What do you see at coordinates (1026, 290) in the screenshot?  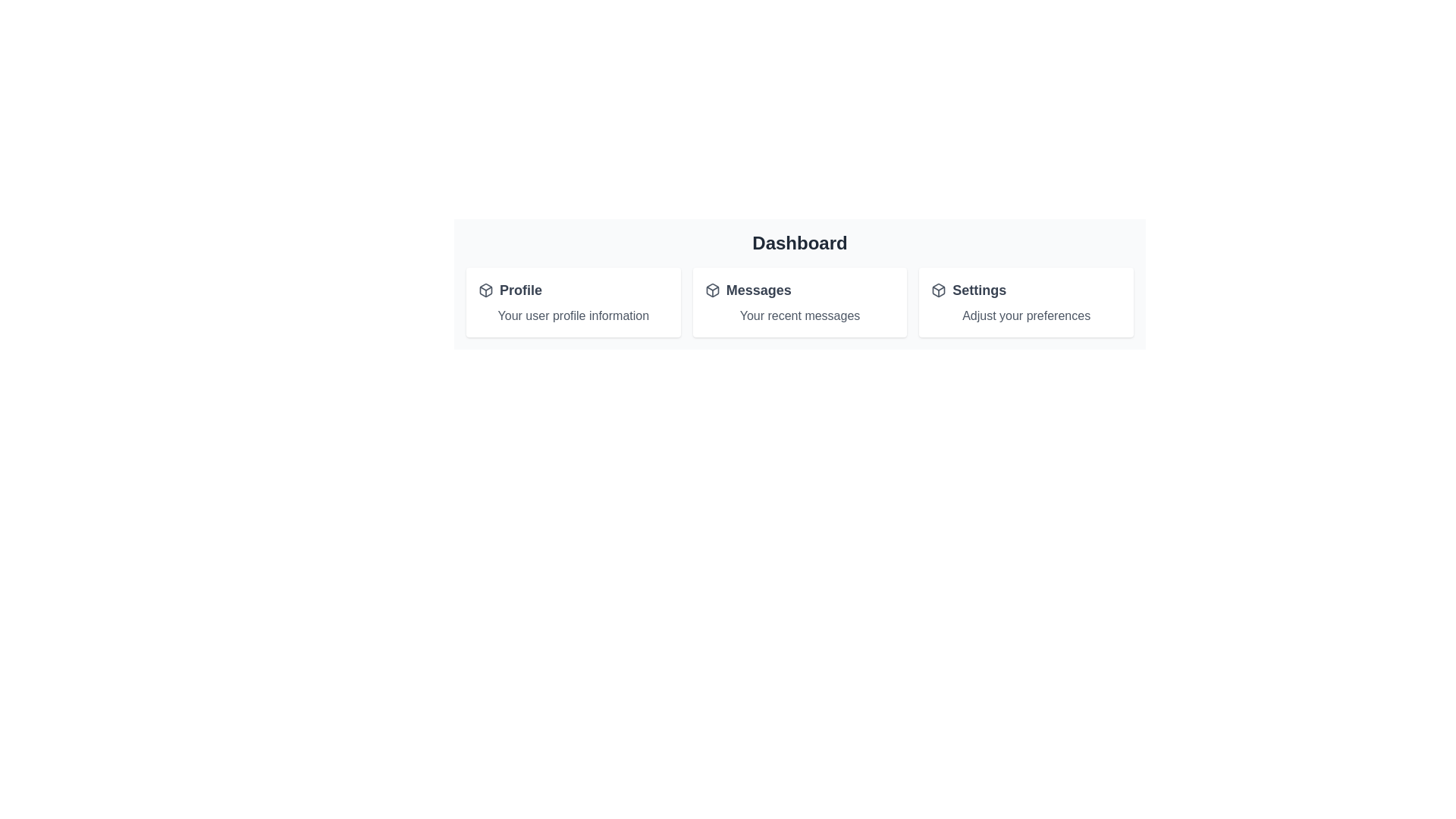 I see `the 'Settings' button located in the third column of the interface` at bounding box center [1026, 290].